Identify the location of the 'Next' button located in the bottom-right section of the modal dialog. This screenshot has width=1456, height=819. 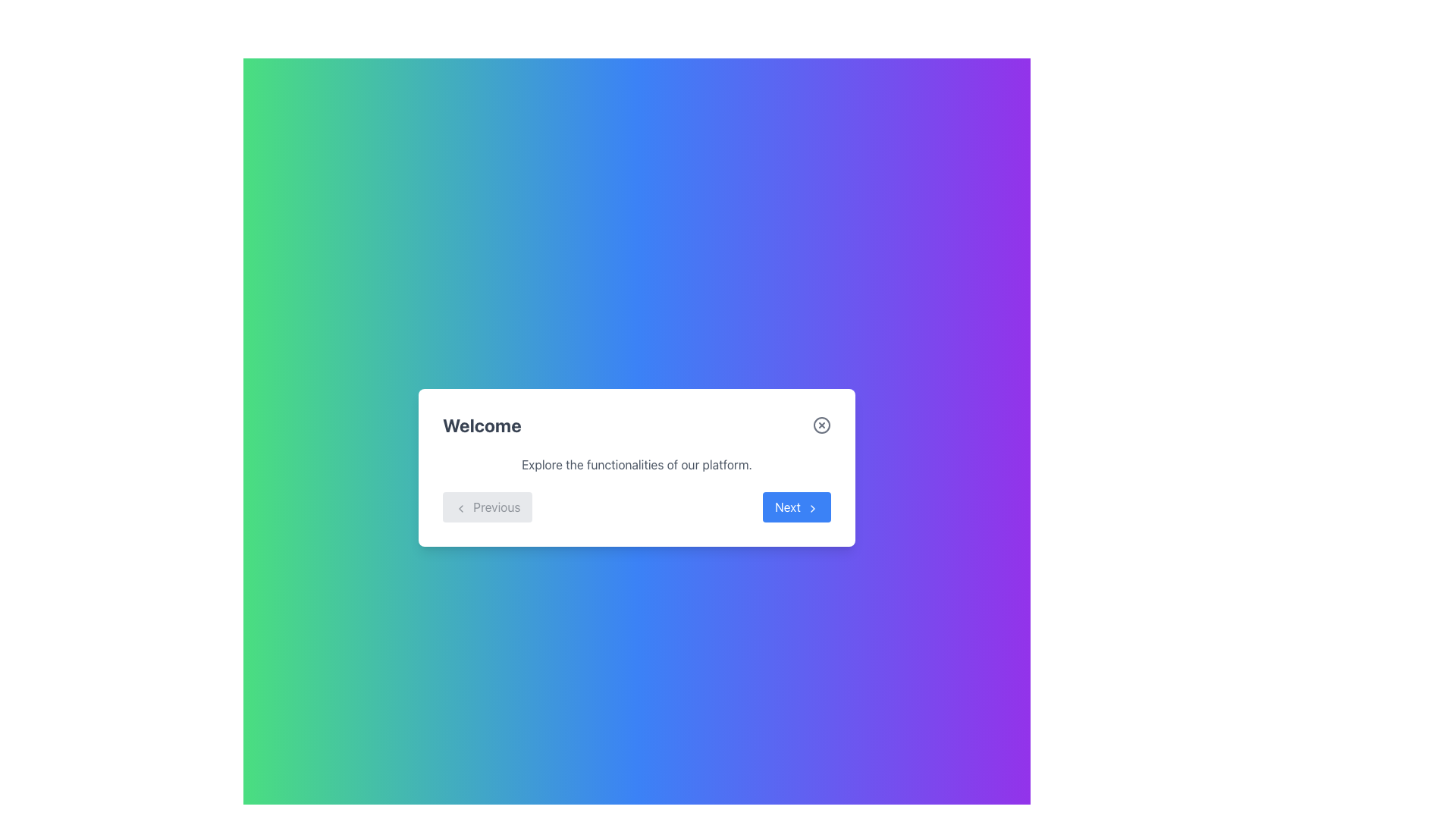
(796, 507).